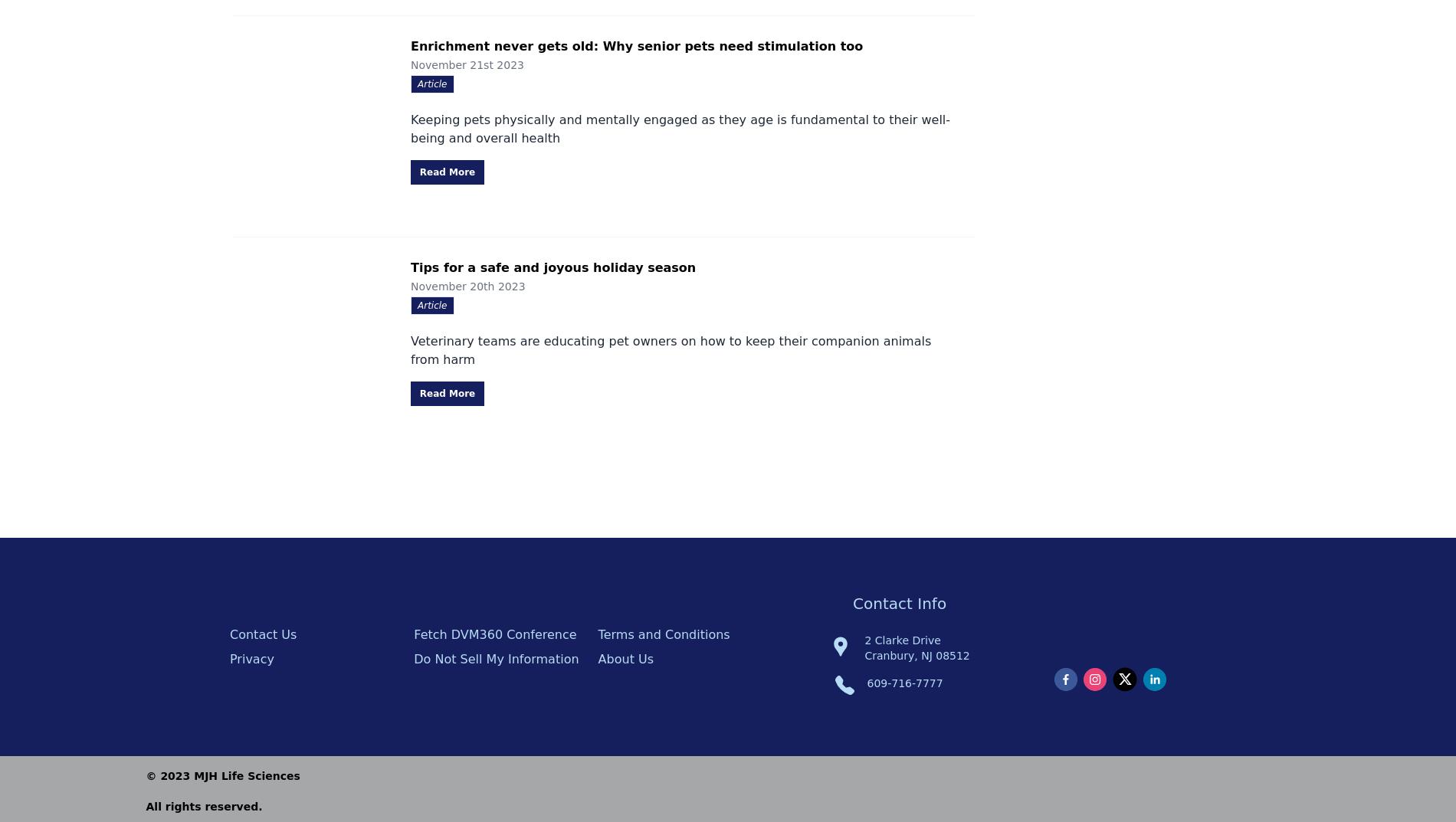 The image size is (1456, 822). What do you see at coordinates (680, 128) in the screenshot?
I see `'Keeping pets physically and mentally engaged as they age is fundamental to their well-being and overall health'` at bounding box center [680, 128].